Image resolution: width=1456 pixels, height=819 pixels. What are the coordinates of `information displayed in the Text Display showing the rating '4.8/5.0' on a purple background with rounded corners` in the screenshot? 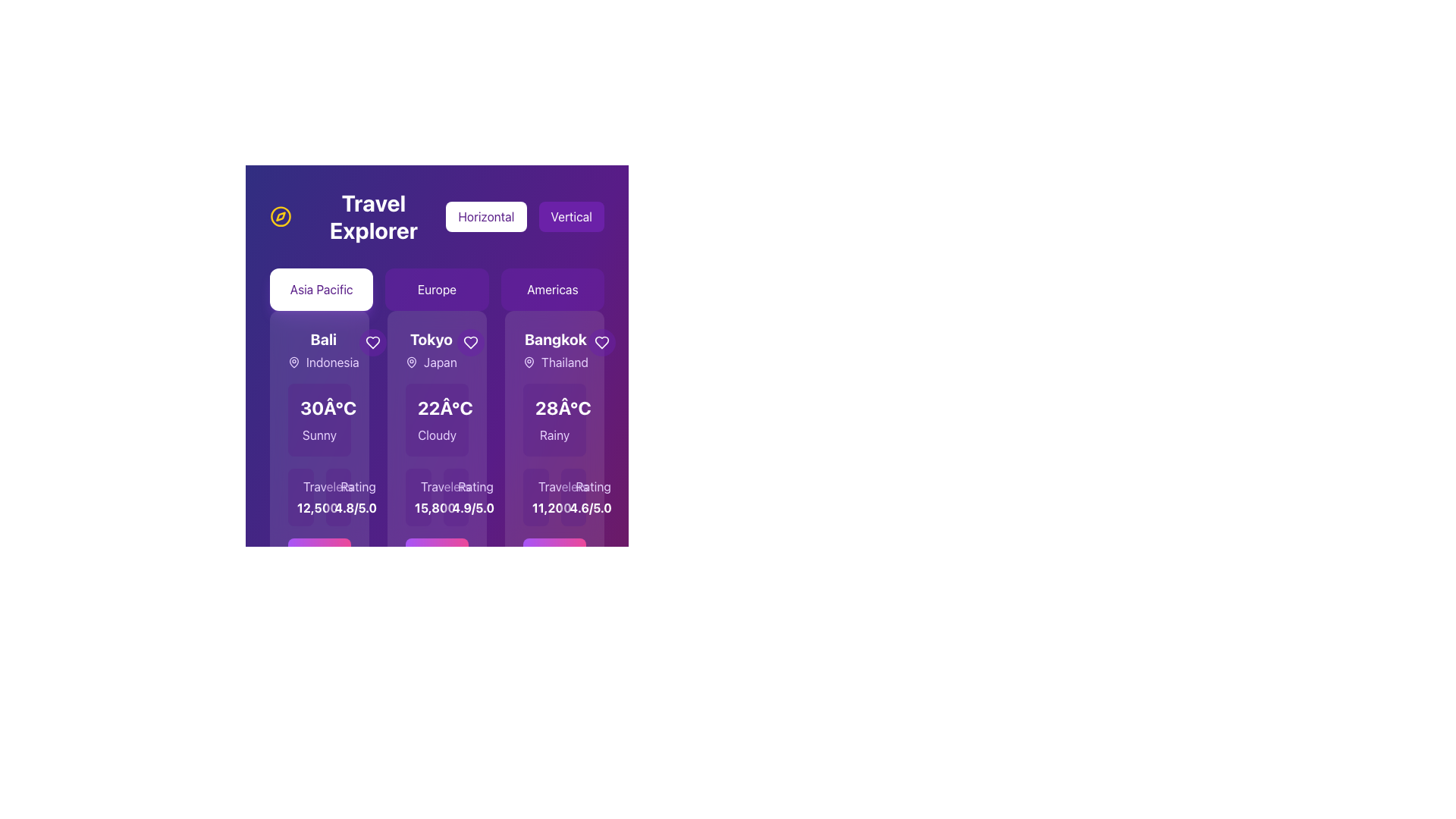 It's located at (337, 497).